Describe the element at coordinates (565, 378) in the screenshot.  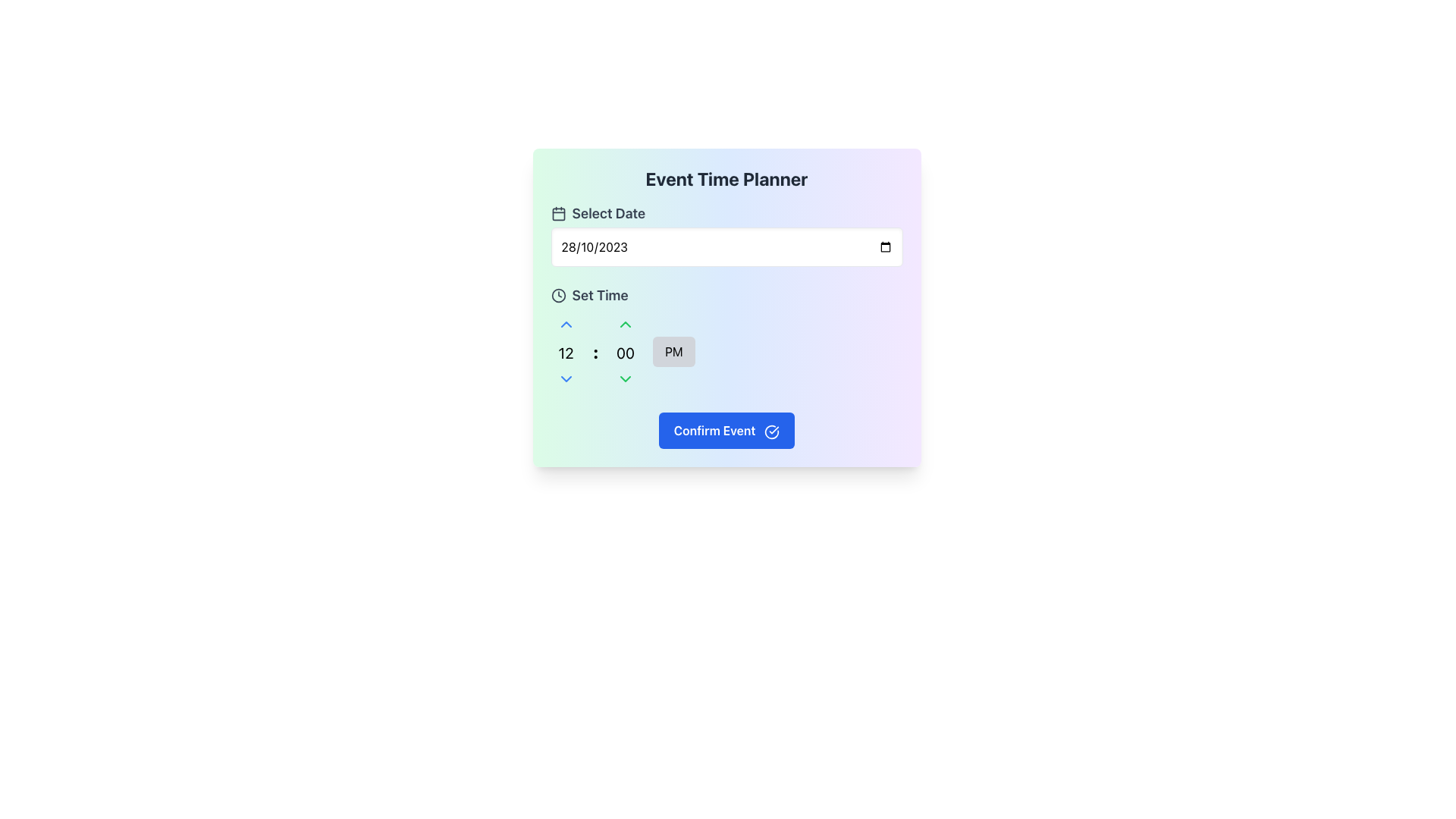
I see `the button located below the numeral '12' in the 'Set Time' section` at that location.